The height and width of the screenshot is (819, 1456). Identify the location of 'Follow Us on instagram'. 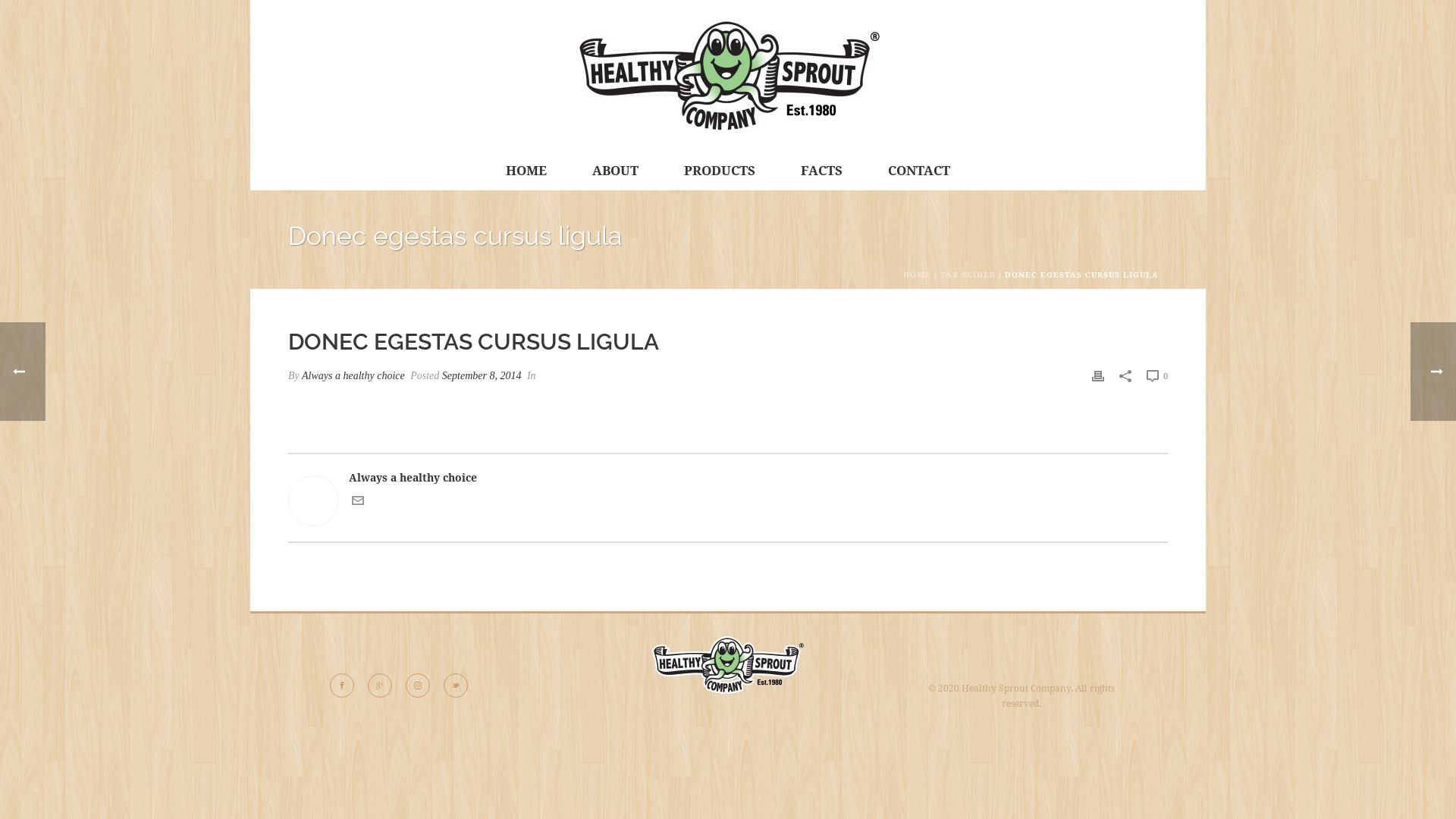
(405, 685).